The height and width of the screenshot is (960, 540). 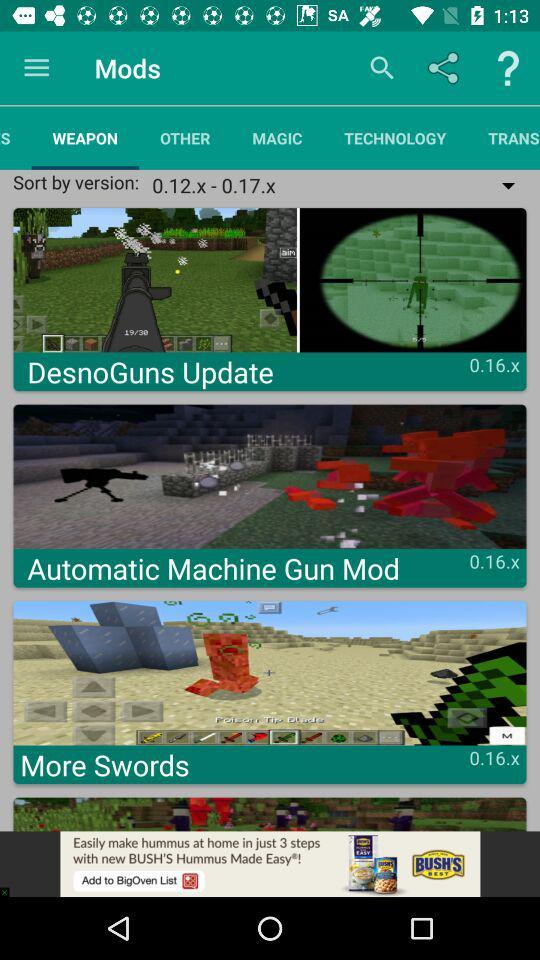 I want to click on toggles help options for the app, so click(x=508, y=68).